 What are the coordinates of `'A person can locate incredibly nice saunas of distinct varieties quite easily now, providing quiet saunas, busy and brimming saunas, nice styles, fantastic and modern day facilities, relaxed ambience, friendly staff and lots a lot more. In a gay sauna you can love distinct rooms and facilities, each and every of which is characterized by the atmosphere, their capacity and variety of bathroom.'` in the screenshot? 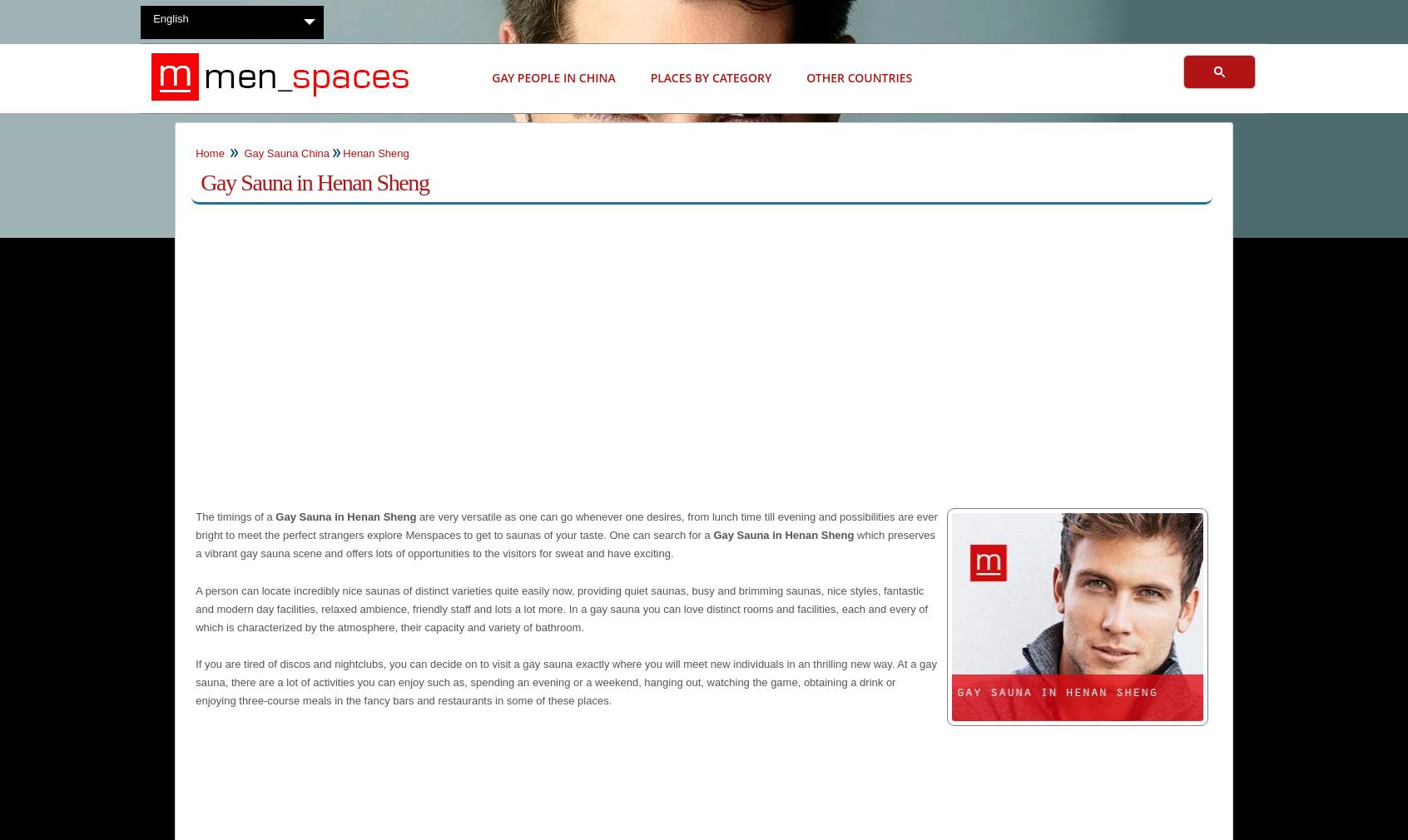 It's located at (561, 607).